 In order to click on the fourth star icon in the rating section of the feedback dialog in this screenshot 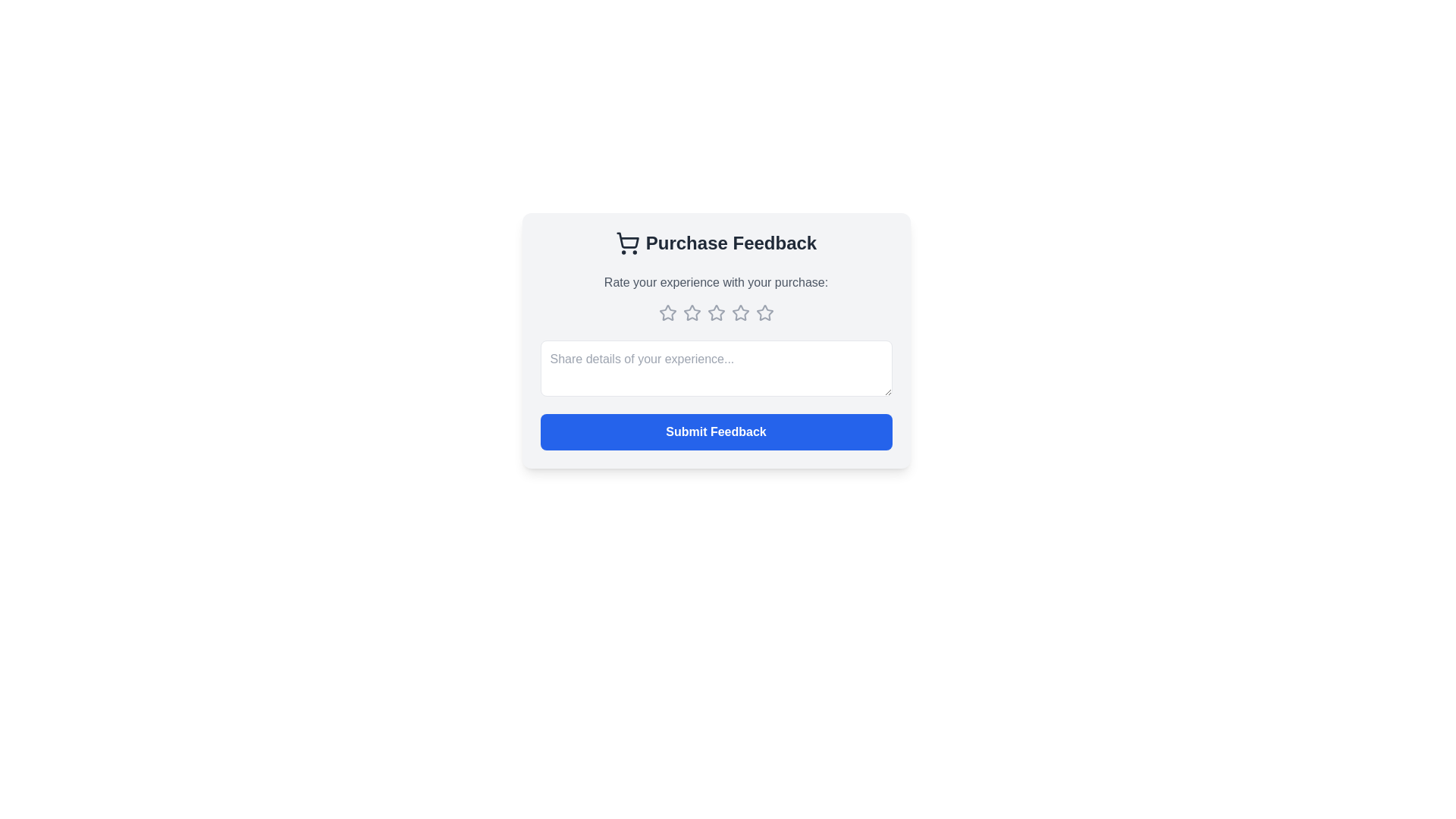, I will do `click(740, 312)`.